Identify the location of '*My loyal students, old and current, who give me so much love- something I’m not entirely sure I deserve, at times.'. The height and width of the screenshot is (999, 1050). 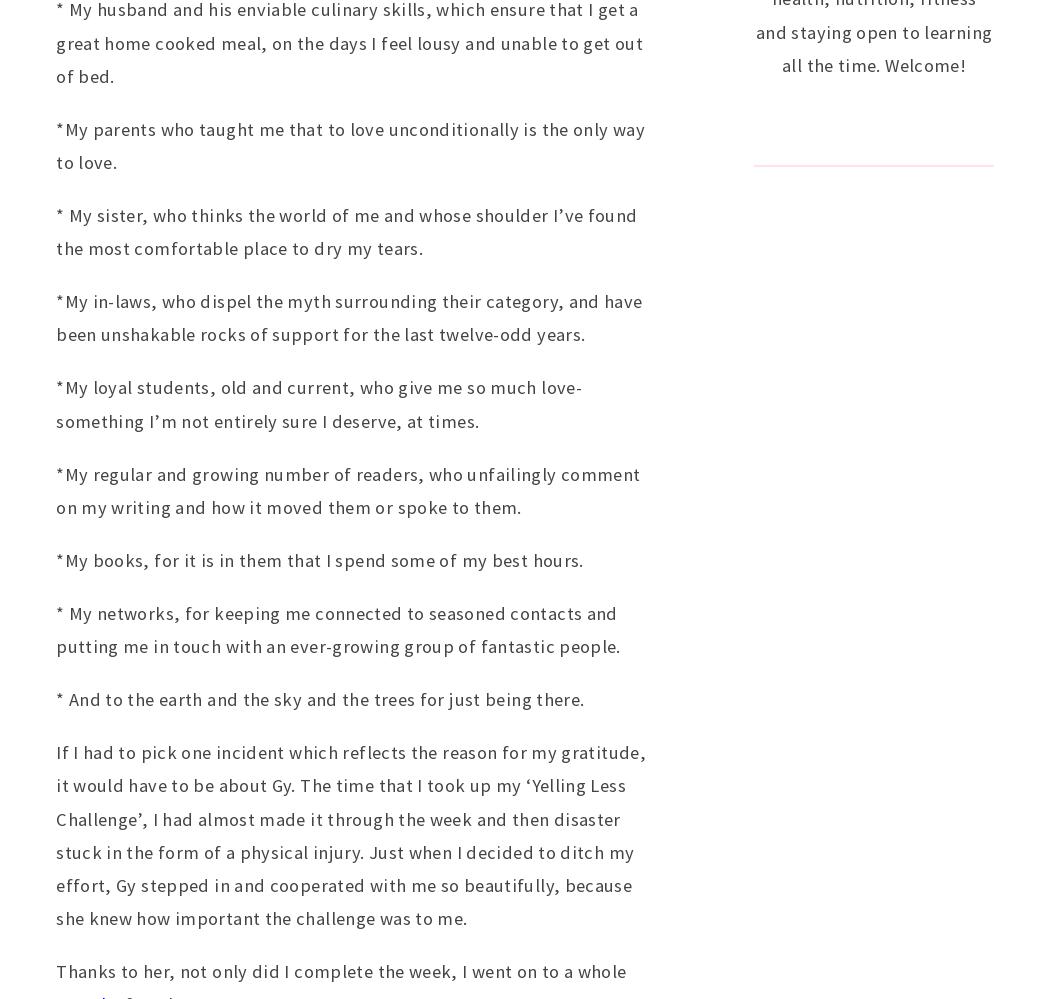
(318, 402).